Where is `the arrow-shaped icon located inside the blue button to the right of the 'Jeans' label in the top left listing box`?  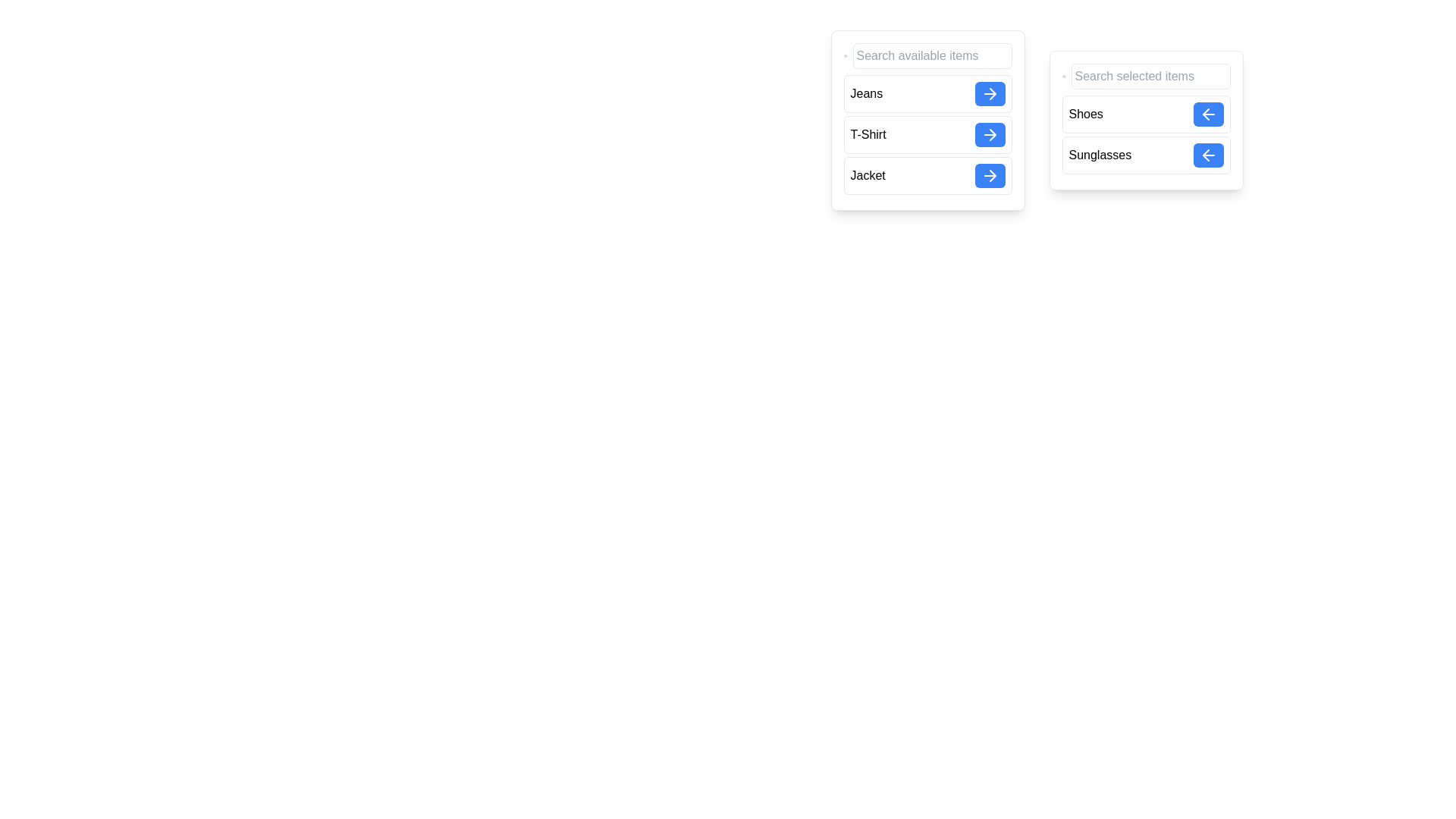 the arrow-shaped icon located inside the blue button to the right of the 'Jeans' label in the top left listing box is located at coordinates (993, 93).